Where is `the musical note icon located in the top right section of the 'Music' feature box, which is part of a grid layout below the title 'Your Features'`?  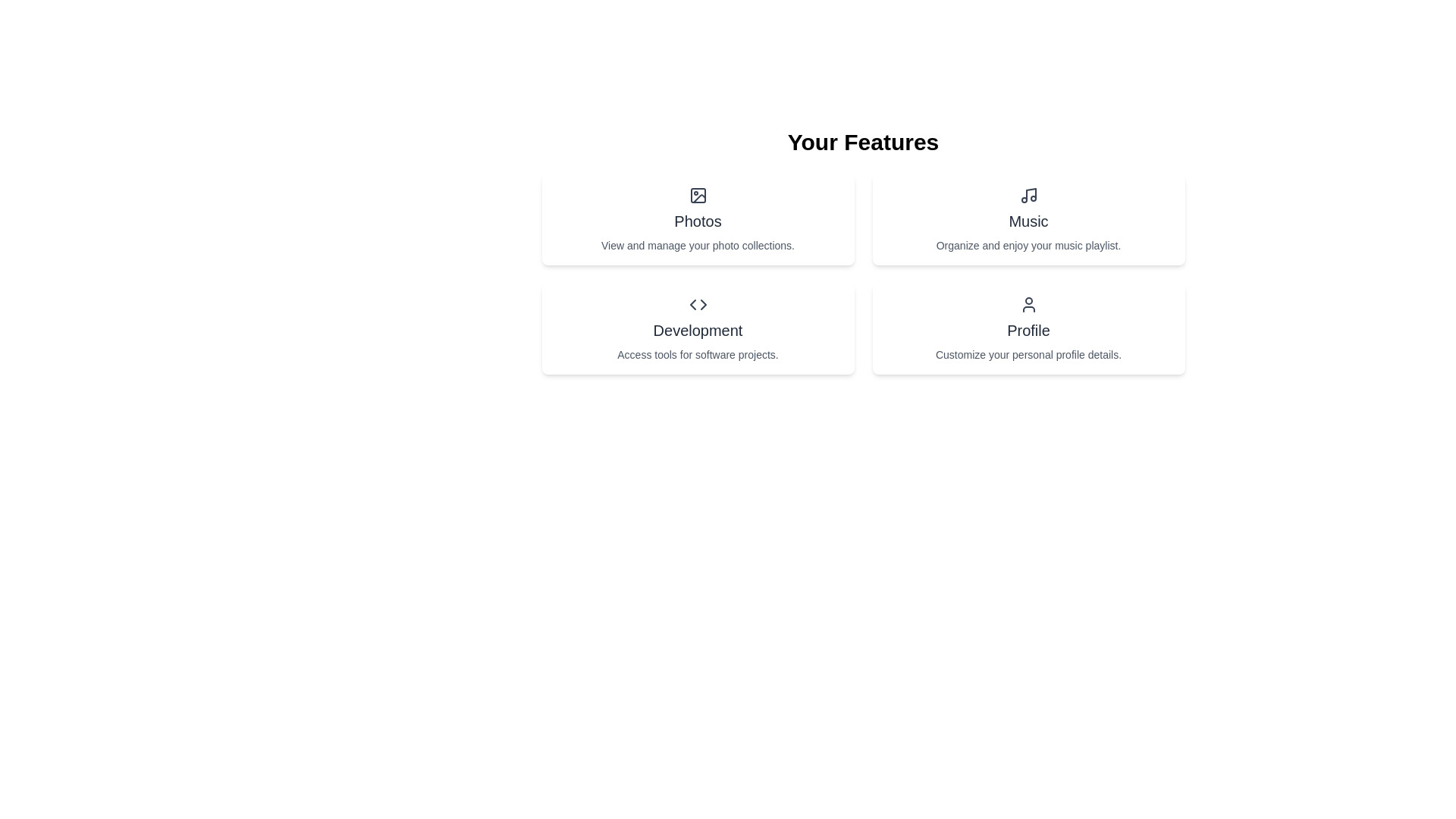 the musical note icon located in the top right section of the 'Music' feature box, which is part of a grid layout below the title 'Your Features' is located at coordinates (1031, 193).